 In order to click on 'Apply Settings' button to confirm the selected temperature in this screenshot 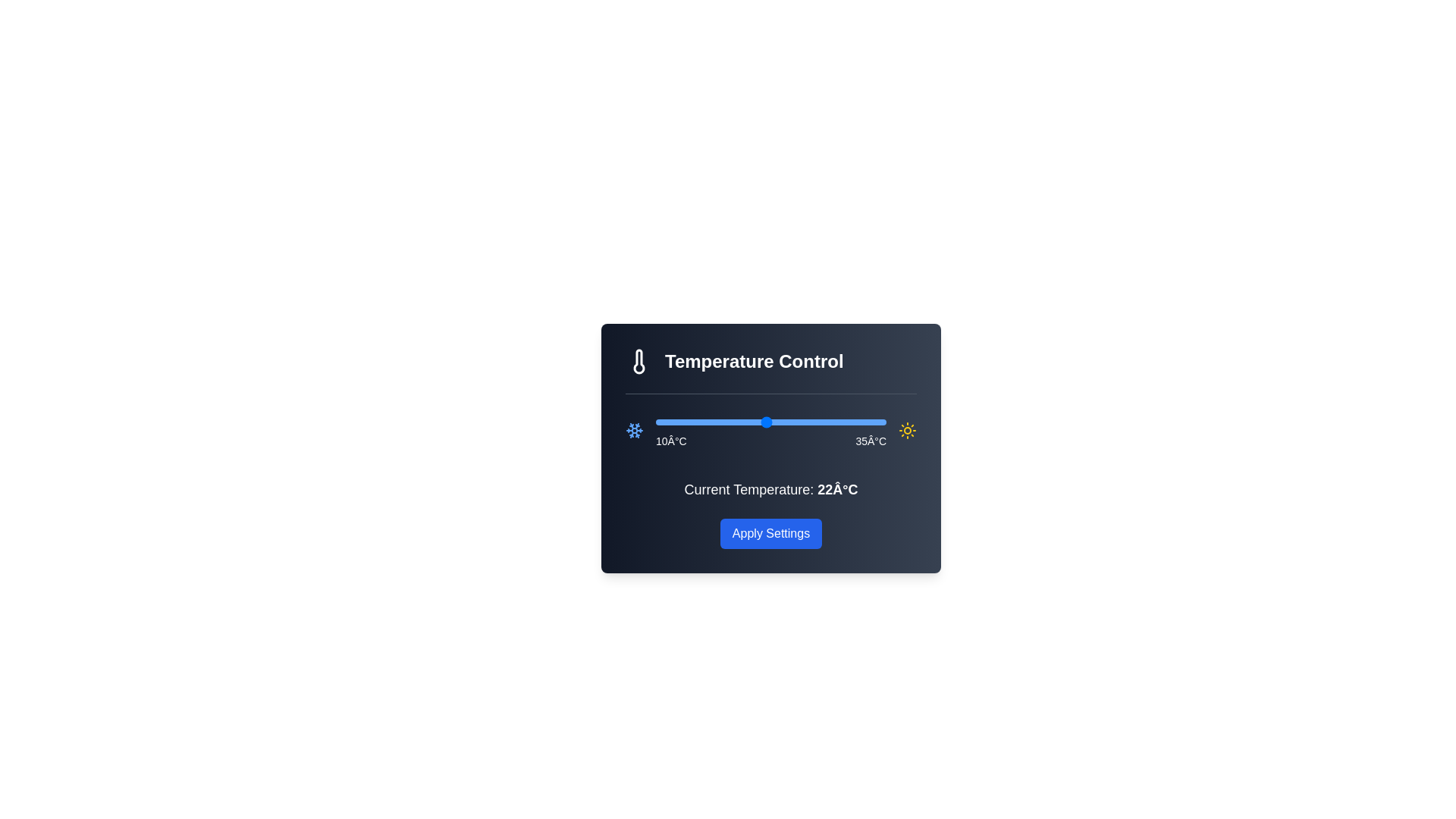, I will do `click(771, 533)`.